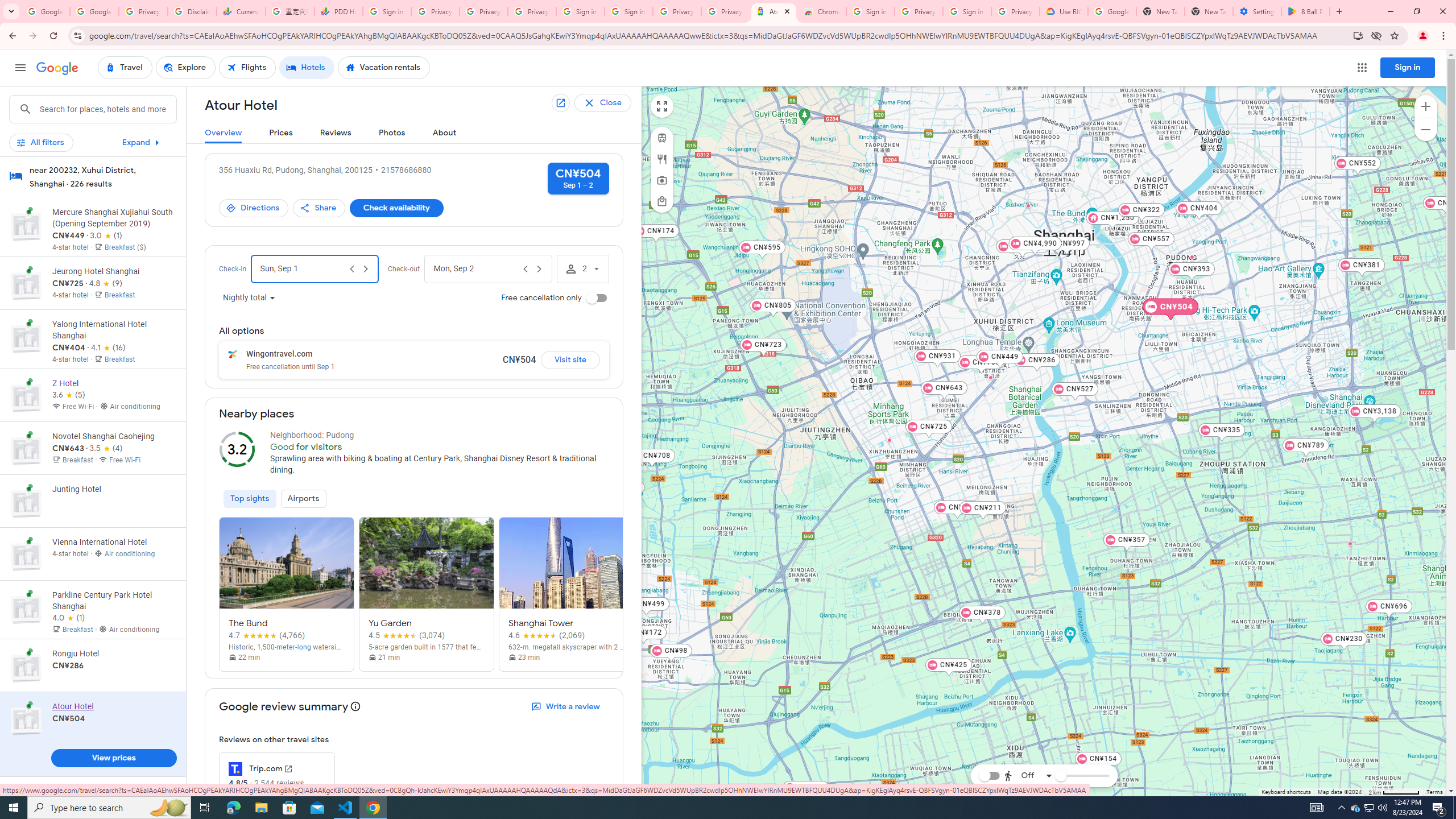 The width and height of the screenshot is (1456, 819). What do you see at coordinates (1060, 775) in the screenshot?
I see `'Reachability slider'` at bounding box center [1060, 775].